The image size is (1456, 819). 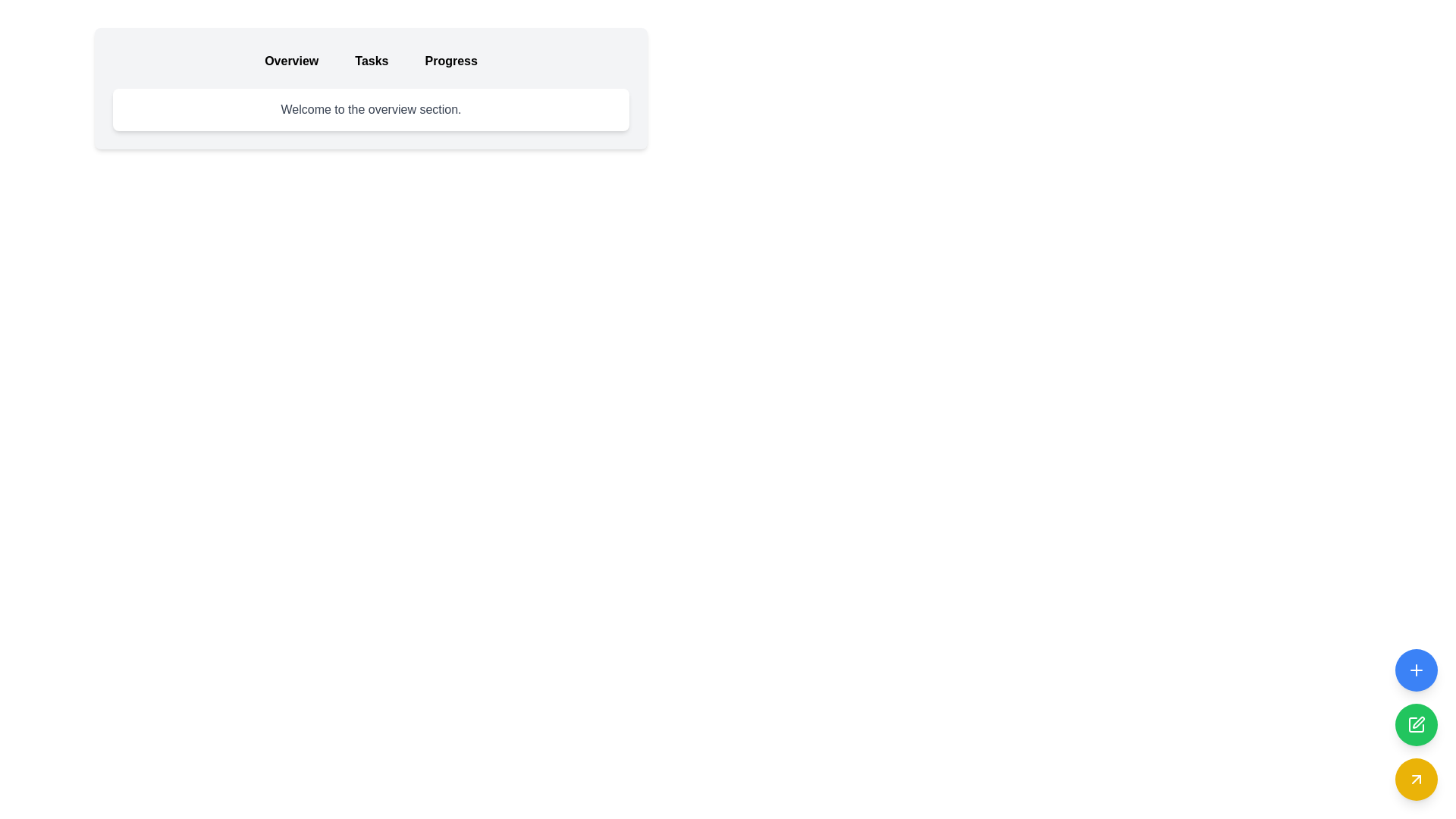 I want to click on the 'Progress' button, which is a rounded button with bold text and highlighted background, positioned as the third button in a horizontal group, so click(x=450, y=61).